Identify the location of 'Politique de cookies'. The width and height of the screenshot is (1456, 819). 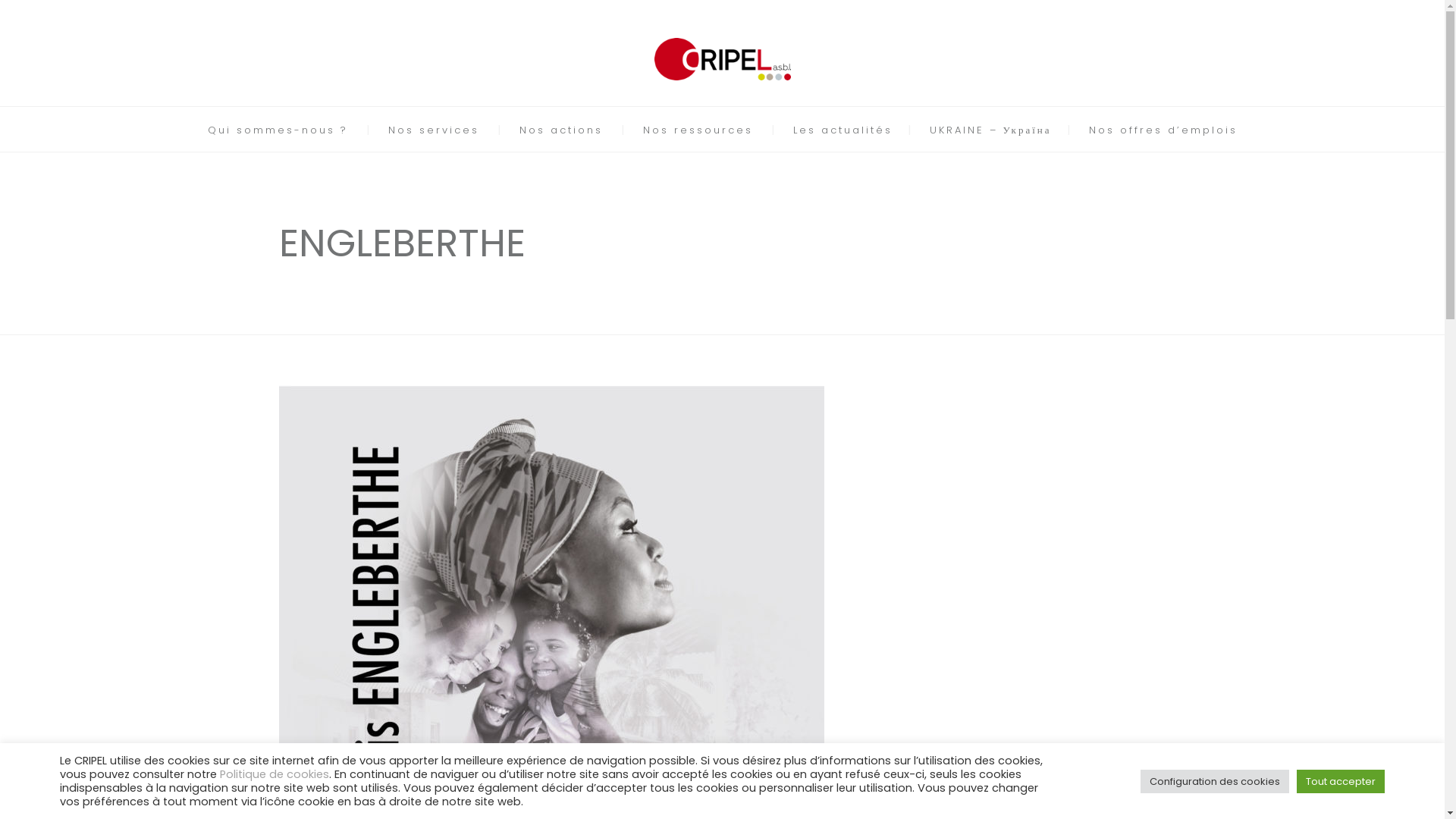
(218, 774).